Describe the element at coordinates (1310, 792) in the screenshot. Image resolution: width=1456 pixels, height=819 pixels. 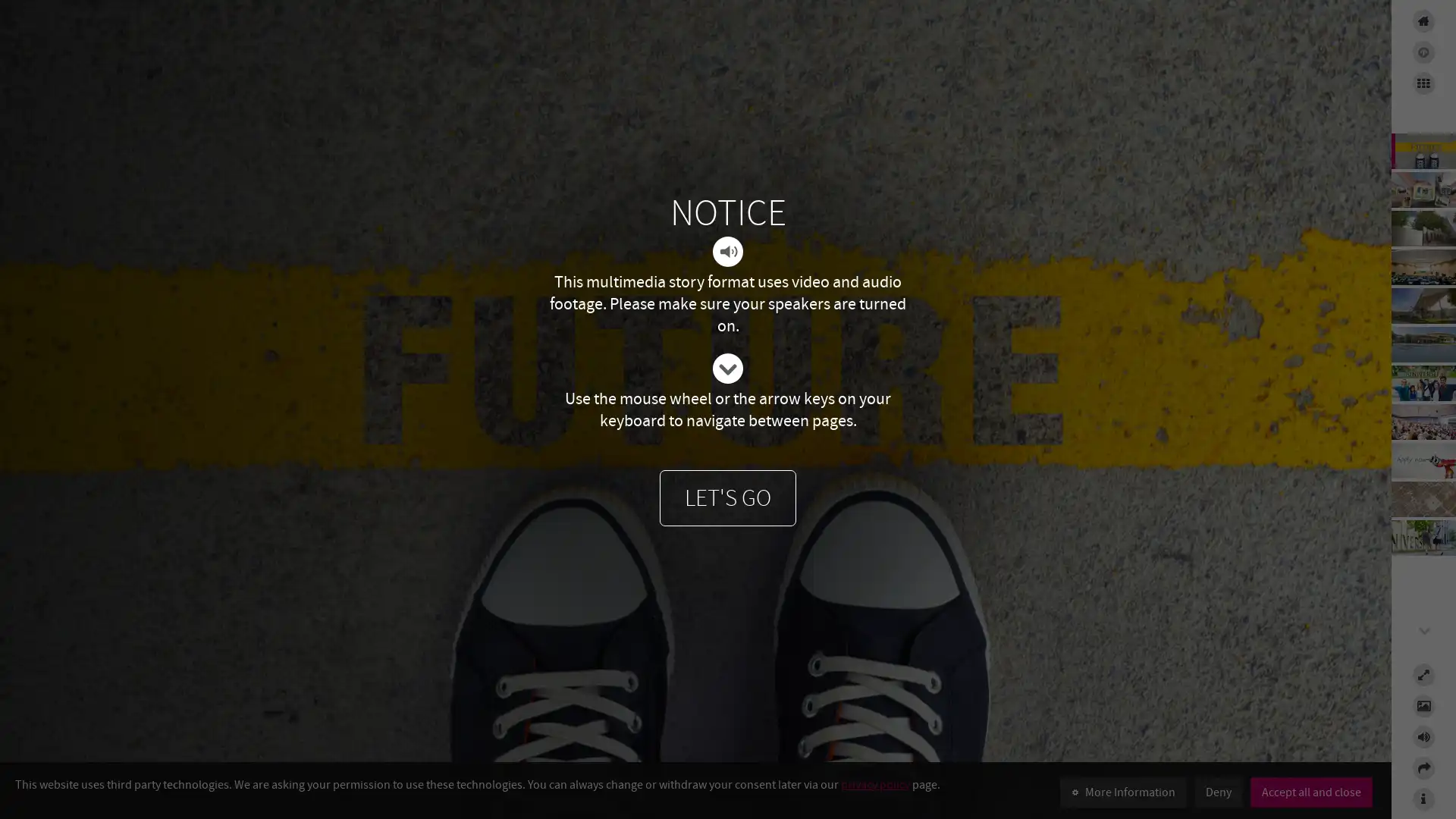
I see `Accept all and close` at that location.